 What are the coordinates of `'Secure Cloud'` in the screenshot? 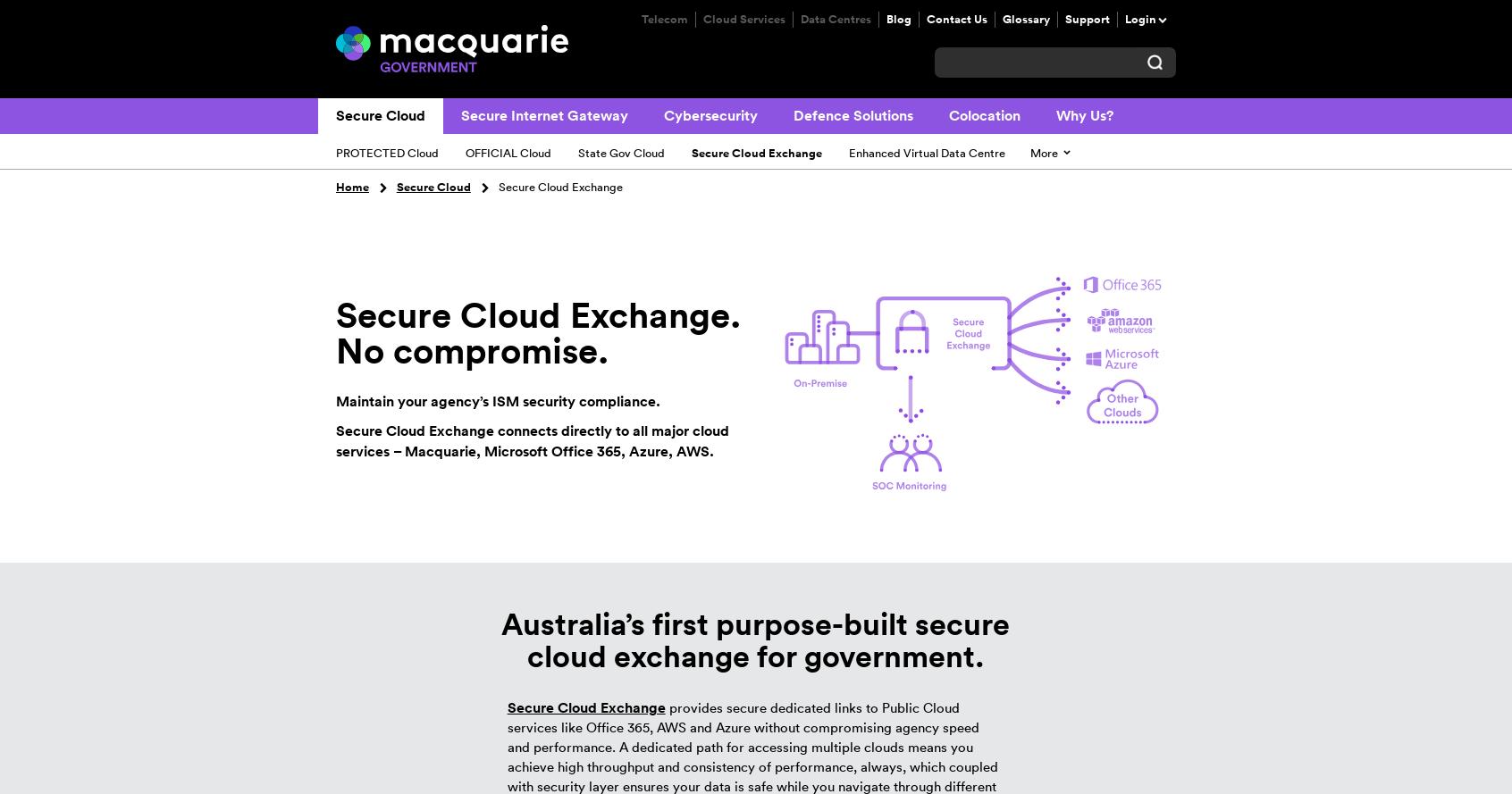 It's located at (394, 186).